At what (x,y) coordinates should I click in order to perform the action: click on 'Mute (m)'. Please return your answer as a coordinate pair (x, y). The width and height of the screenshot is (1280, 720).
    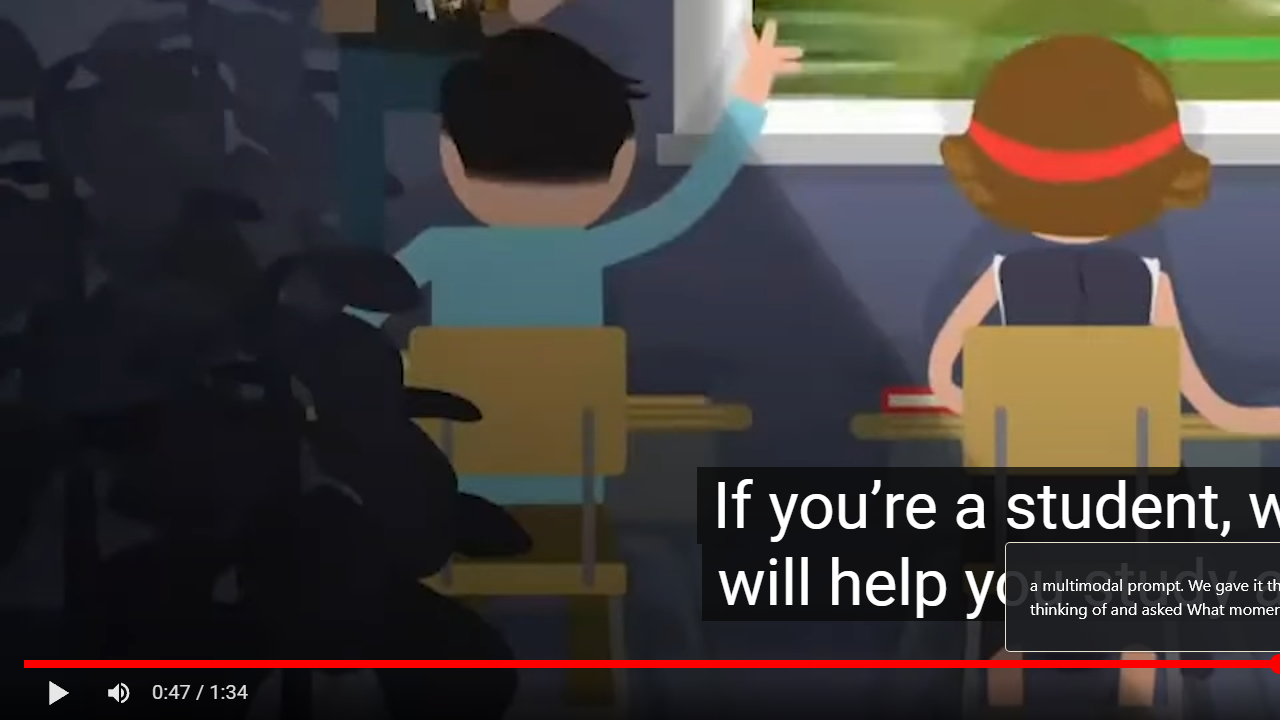
    Looking at the image, I should click on (119, 692).